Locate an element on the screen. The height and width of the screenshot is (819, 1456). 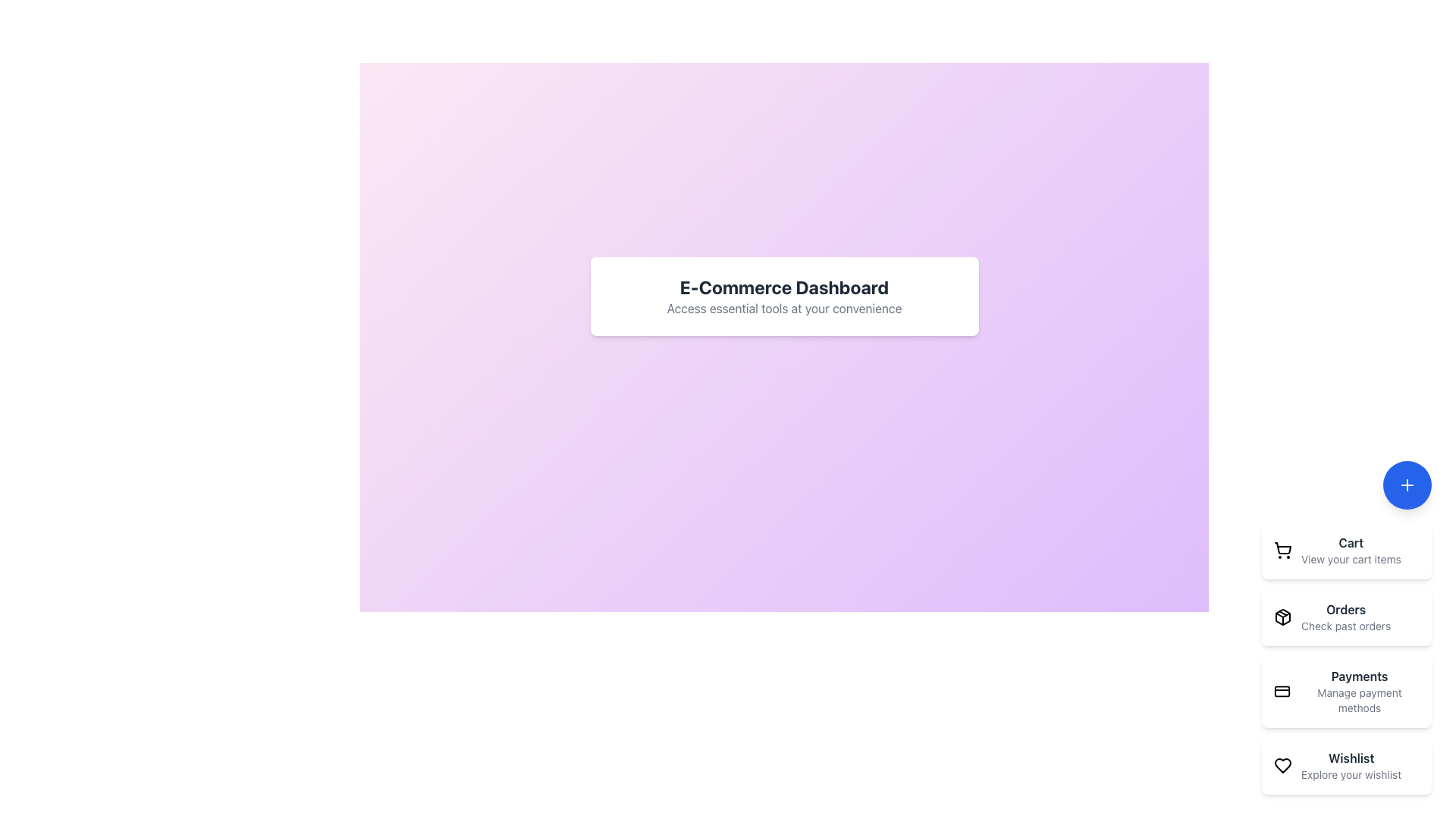
the 'Wishlist' icon, which is the fourth option in the right-aligned menu of vertically stacked items is located at coordinates (1282, 766).